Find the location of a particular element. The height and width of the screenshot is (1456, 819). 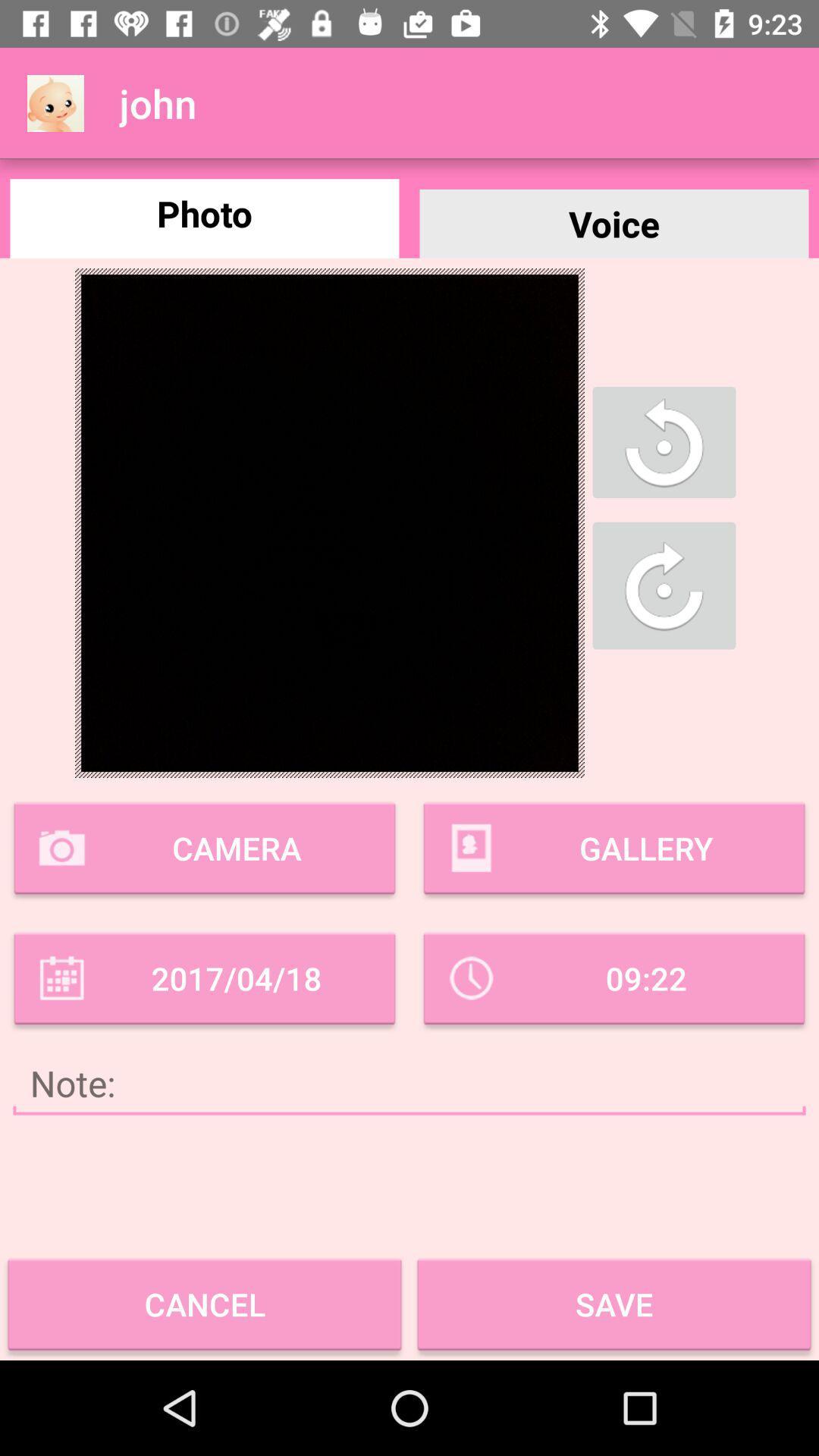

the second icon below voice is located at coordinates (663, 585).